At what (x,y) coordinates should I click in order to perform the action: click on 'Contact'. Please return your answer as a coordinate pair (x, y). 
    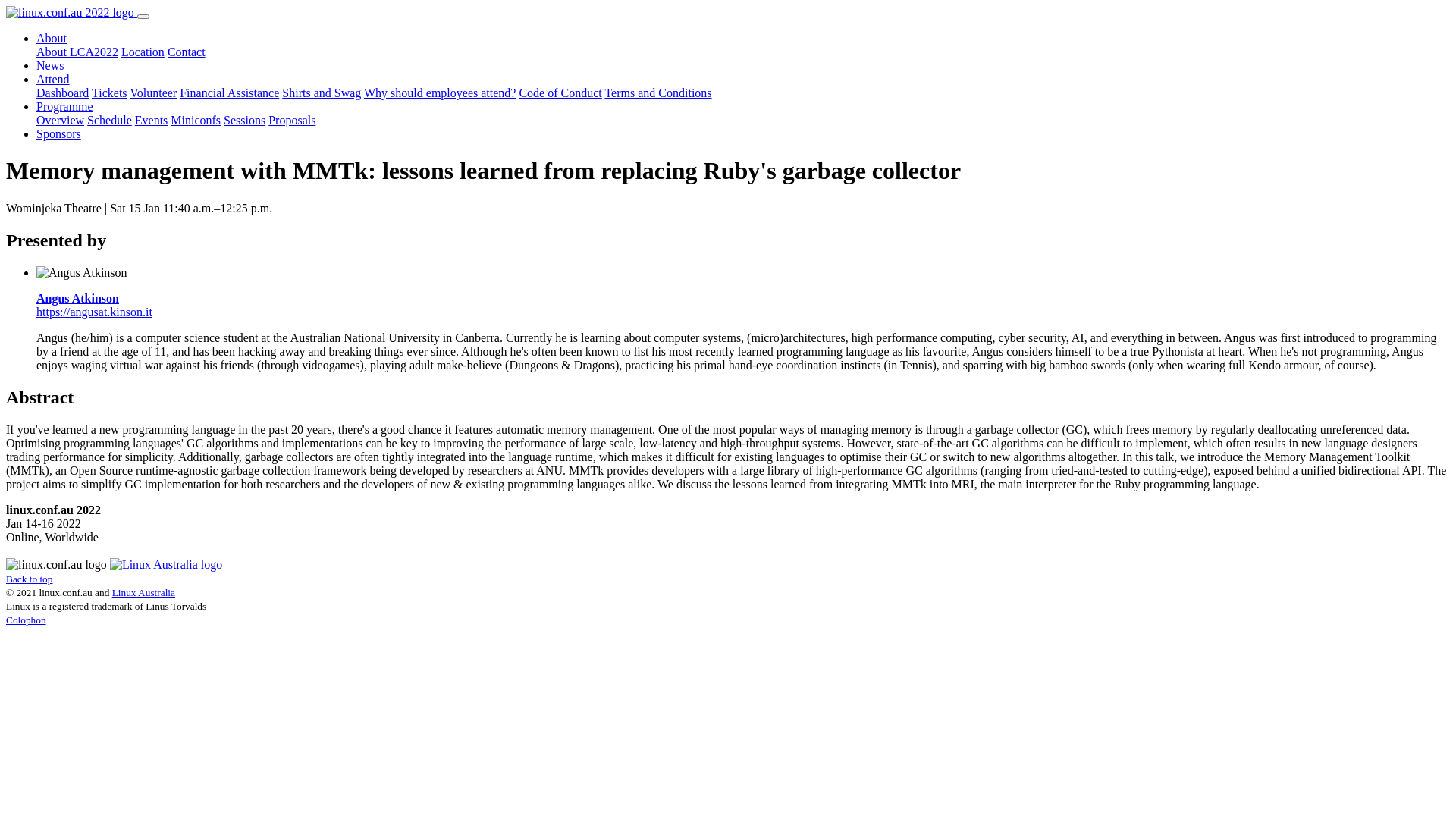
    Looking at the image, I should click on (185, 51).